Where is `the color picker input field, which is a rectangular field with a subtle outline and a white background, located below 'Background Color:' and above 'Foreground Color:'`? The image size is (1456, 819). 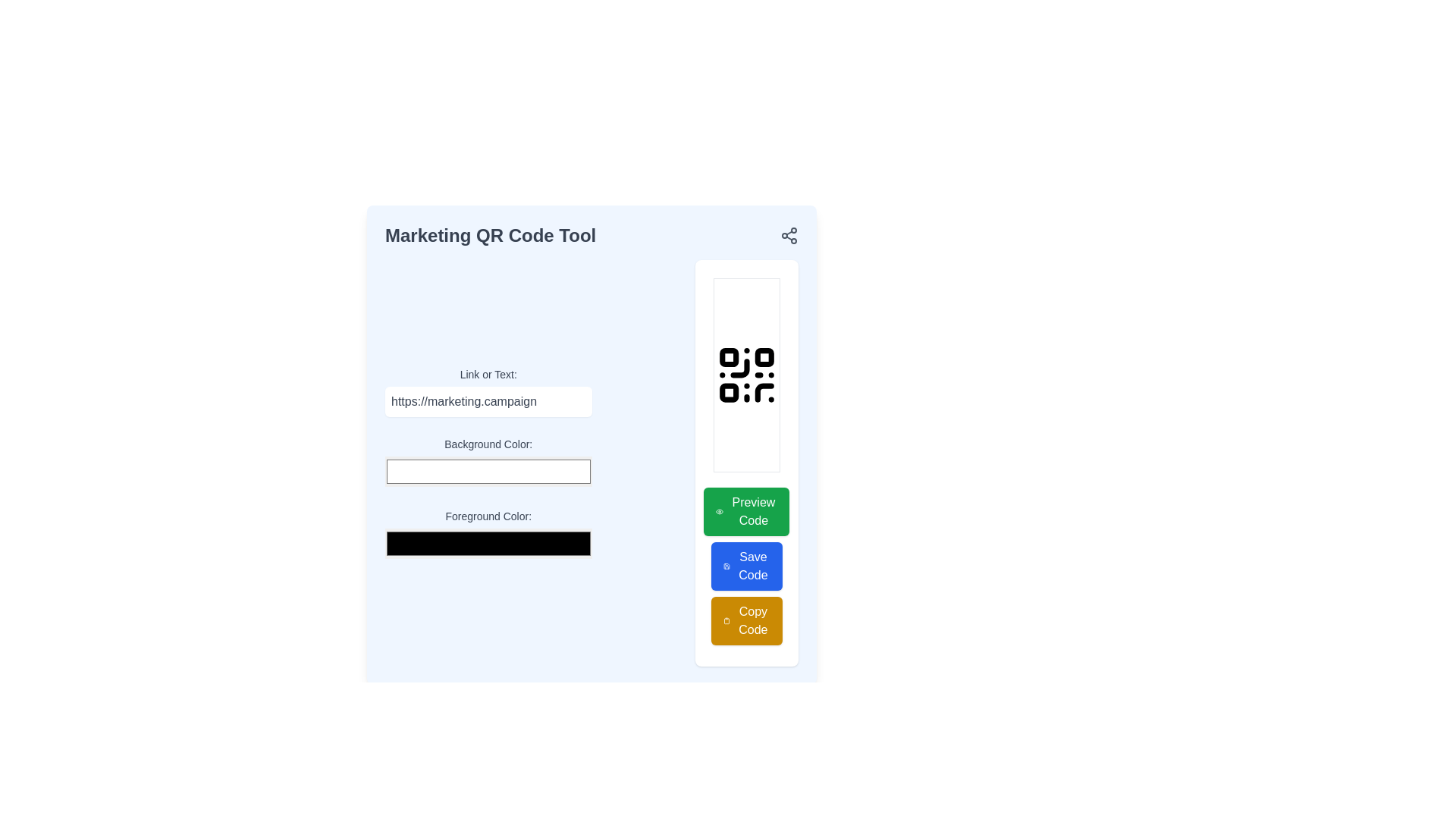
the color picker input field, which is a rectangular field with a subtle outline and a white background, located below 'Background Color:' and above 'Foreground Color:' is located at coordinates (488, 470).